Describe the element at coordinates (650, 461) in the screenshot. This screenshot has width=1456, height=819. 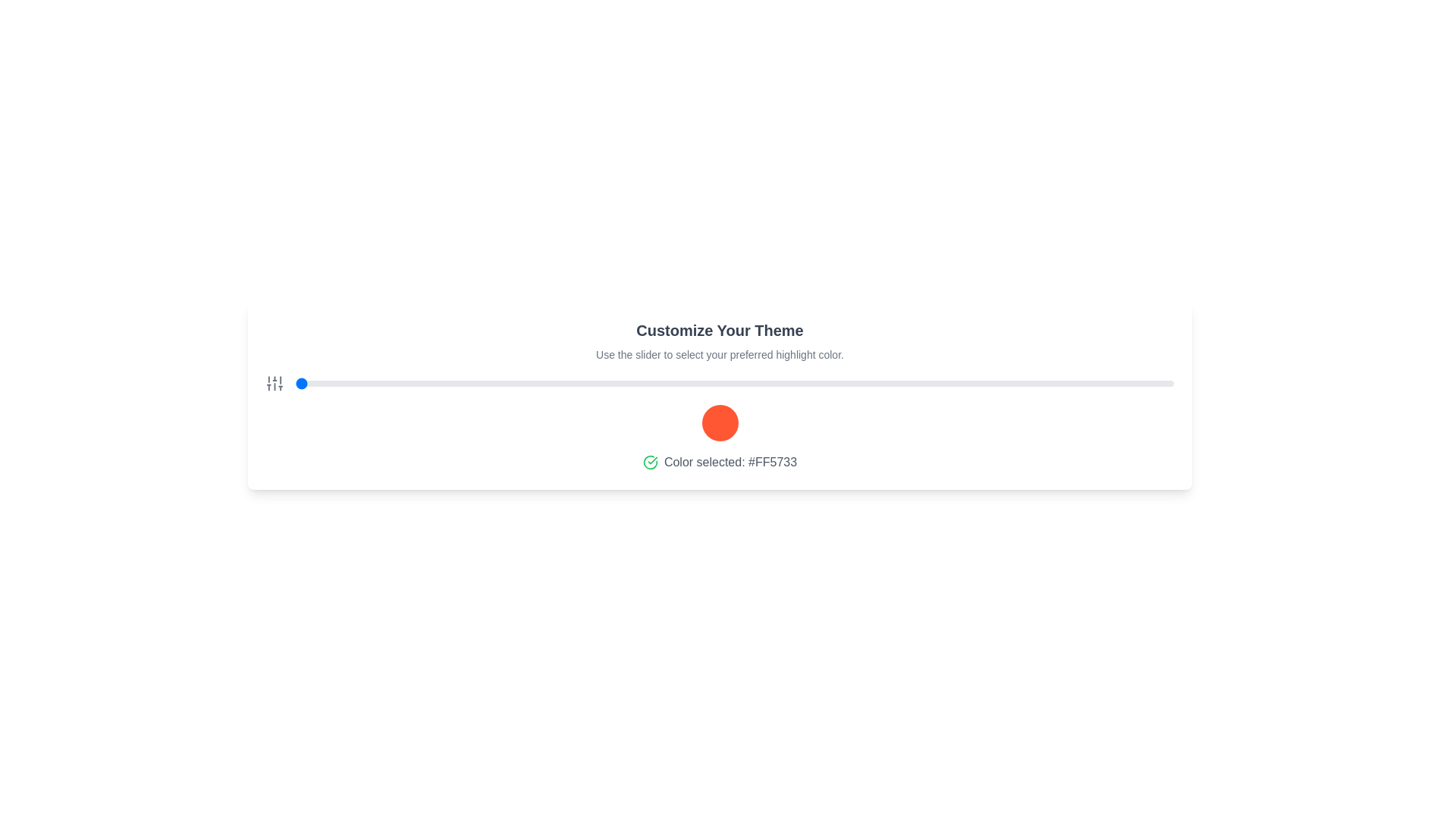
I see `the small green icon depicting a circle with a checkmark inside, which serves as a confirmation symbol, located to the left of the text 'Color selected: #FF5733'` at that location.